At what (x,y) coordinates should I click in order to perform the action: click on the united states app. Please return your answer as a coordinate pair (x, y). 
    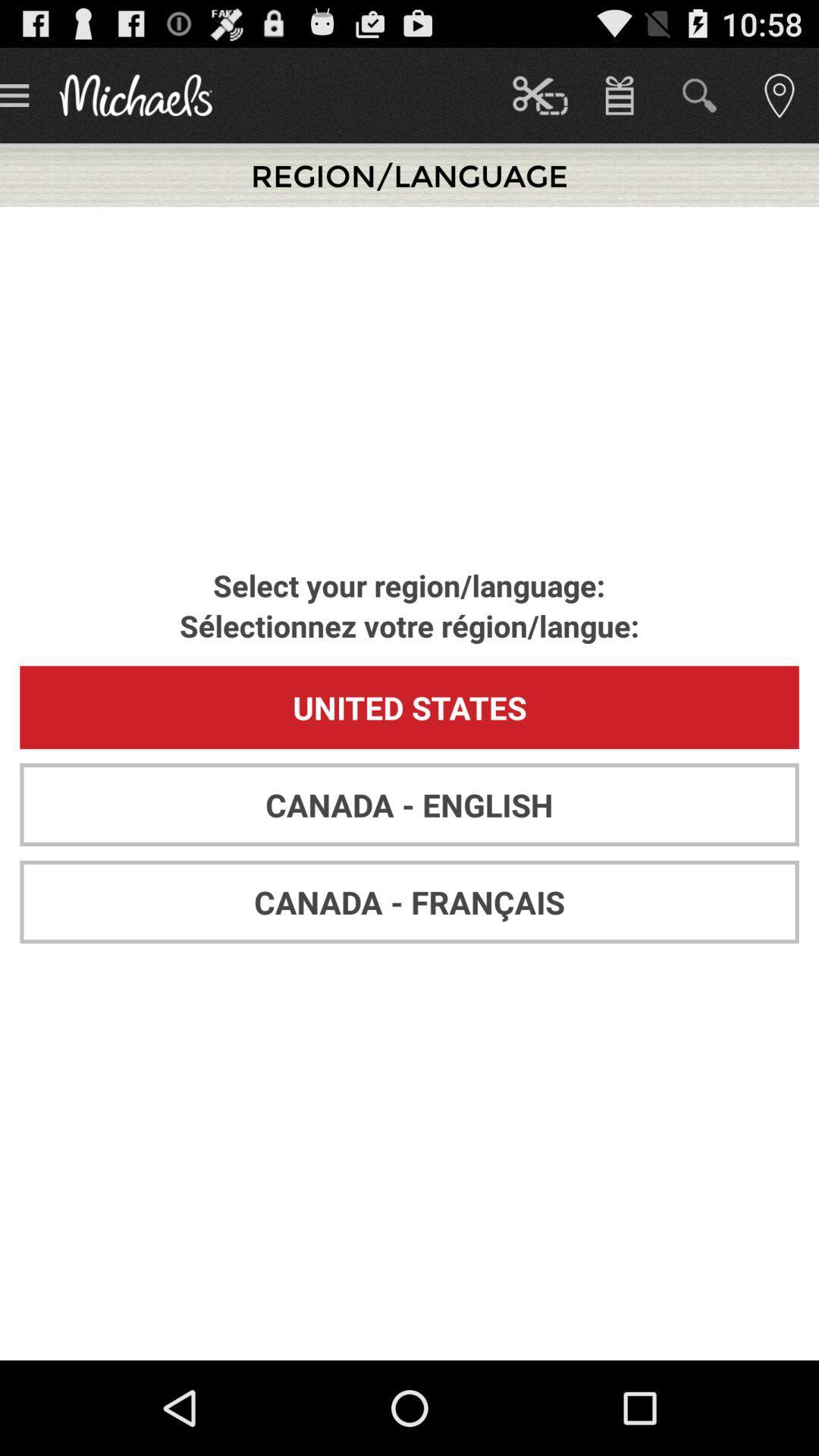
    Looking at the image, I should click on (409, 706).